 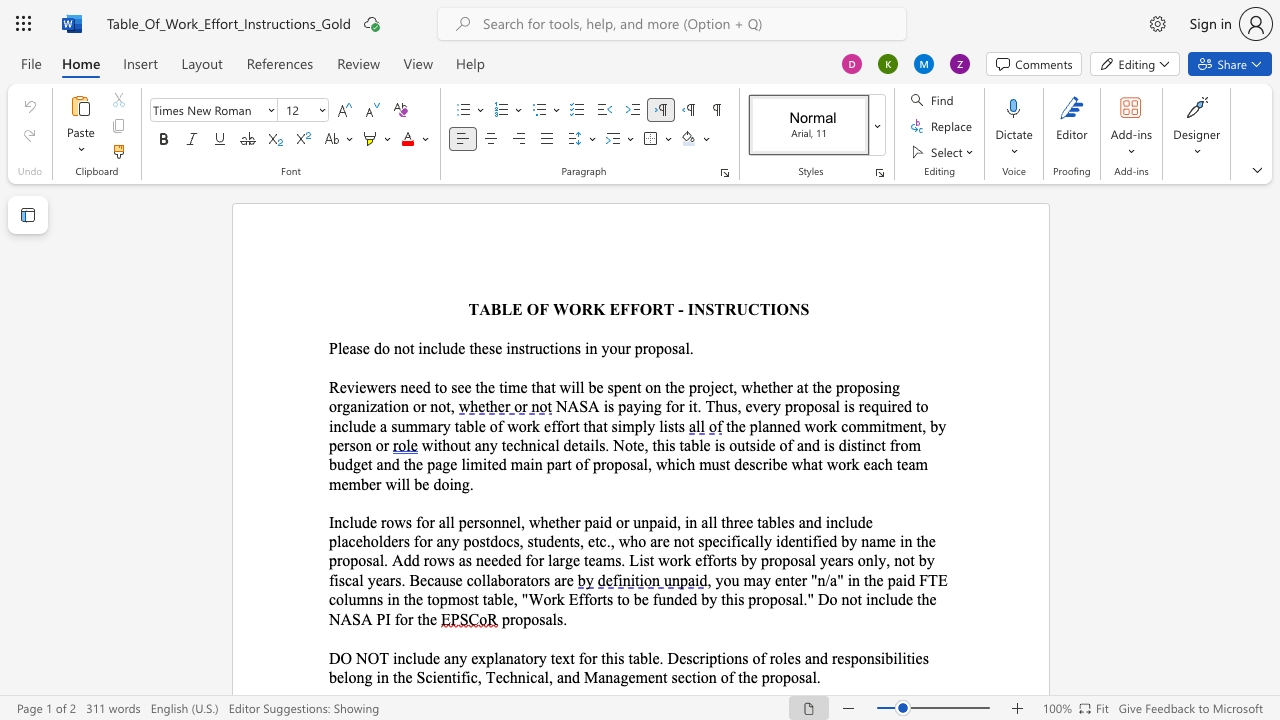 What do you see at coordinates (342, 541) in the screenshot?
I see `the space between the continuous character "l" and "a" in the text` at bounding box center [342, 541].